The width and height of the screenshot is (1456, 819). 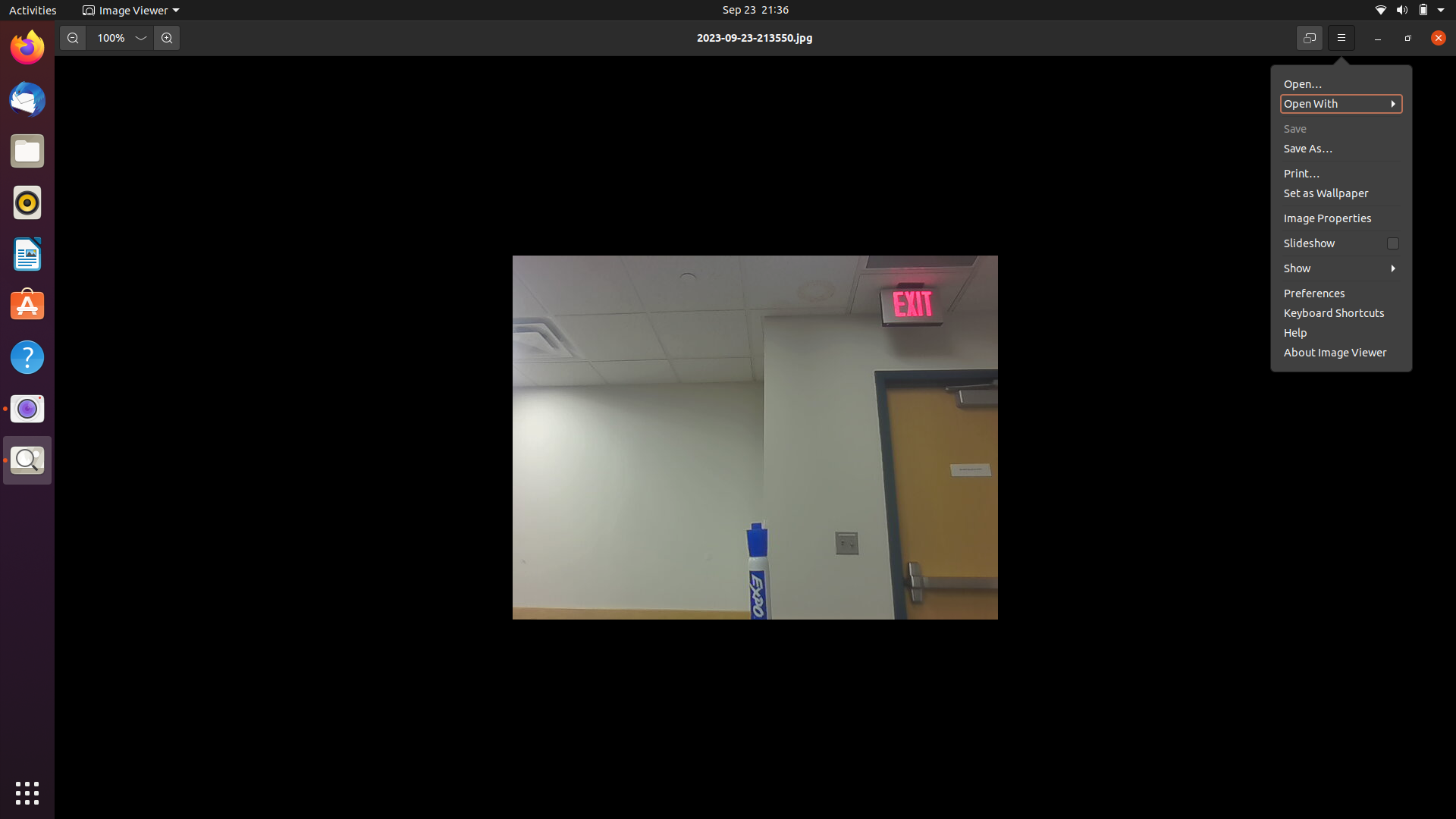 I want to click on the properties of the image, so click(x=1338, y=242).